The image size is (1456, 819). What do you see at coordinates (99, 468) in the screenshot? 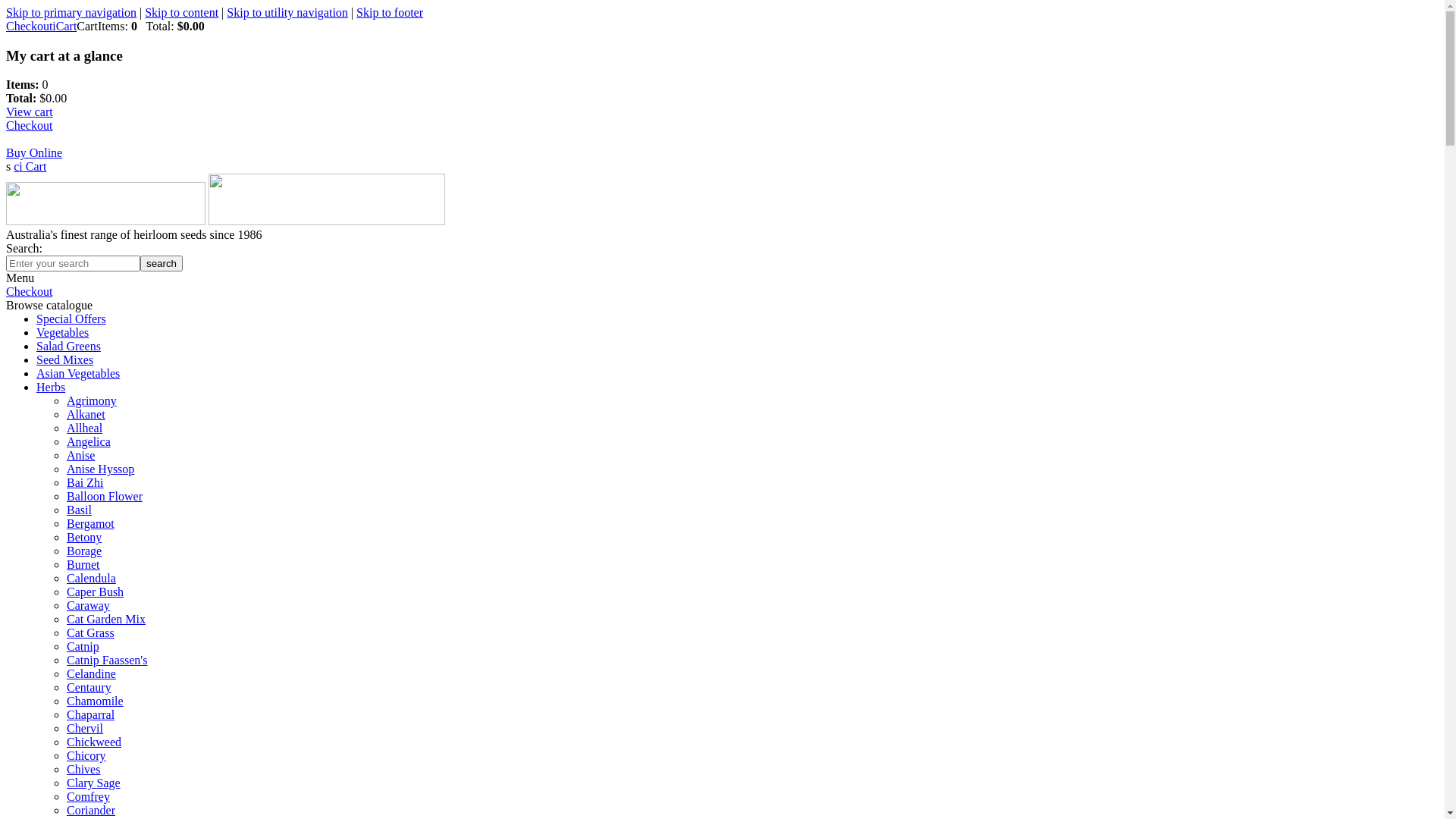
I see `'Anise Hyssop'` at bounding box center [99, 468].